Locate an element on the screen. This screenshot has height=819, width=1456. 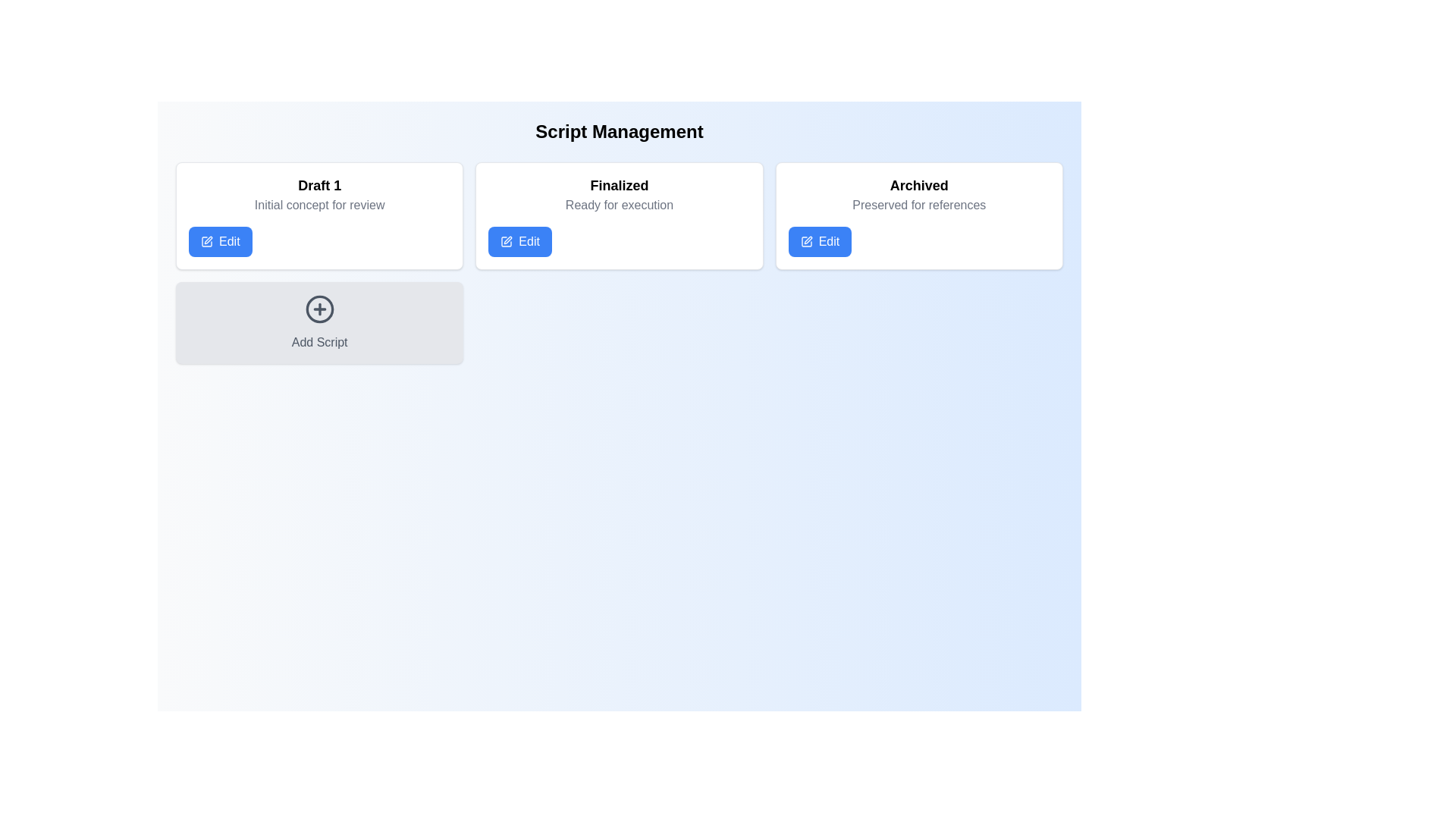
the static text that provides a description for the 'Archived' section to trigger any possible tooltip interactions is located at coordinates (918, 205).